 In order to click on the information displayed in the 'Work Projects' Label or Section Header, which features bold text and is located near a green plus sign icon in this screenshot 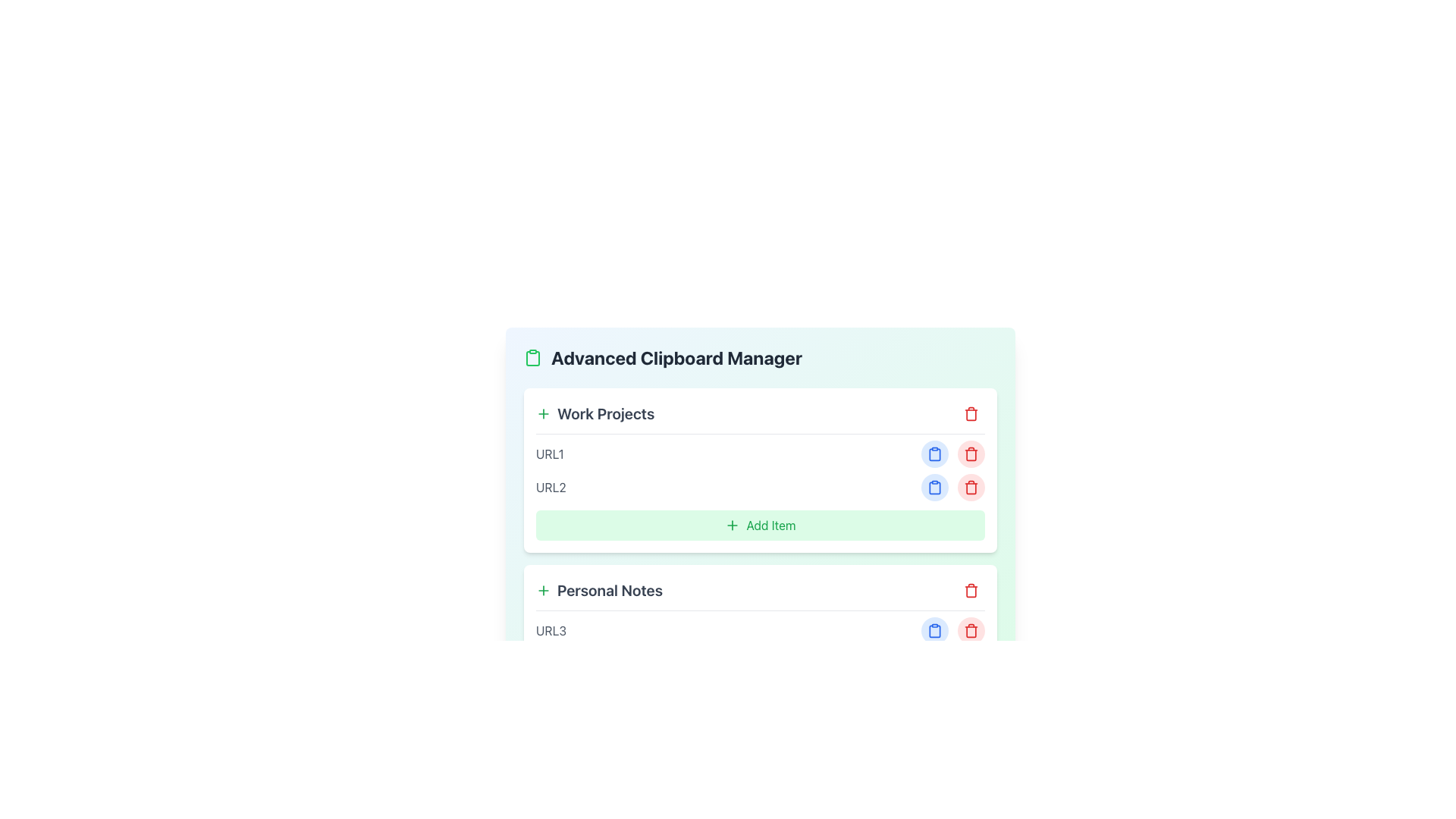, I will do `click(595, 414)`.